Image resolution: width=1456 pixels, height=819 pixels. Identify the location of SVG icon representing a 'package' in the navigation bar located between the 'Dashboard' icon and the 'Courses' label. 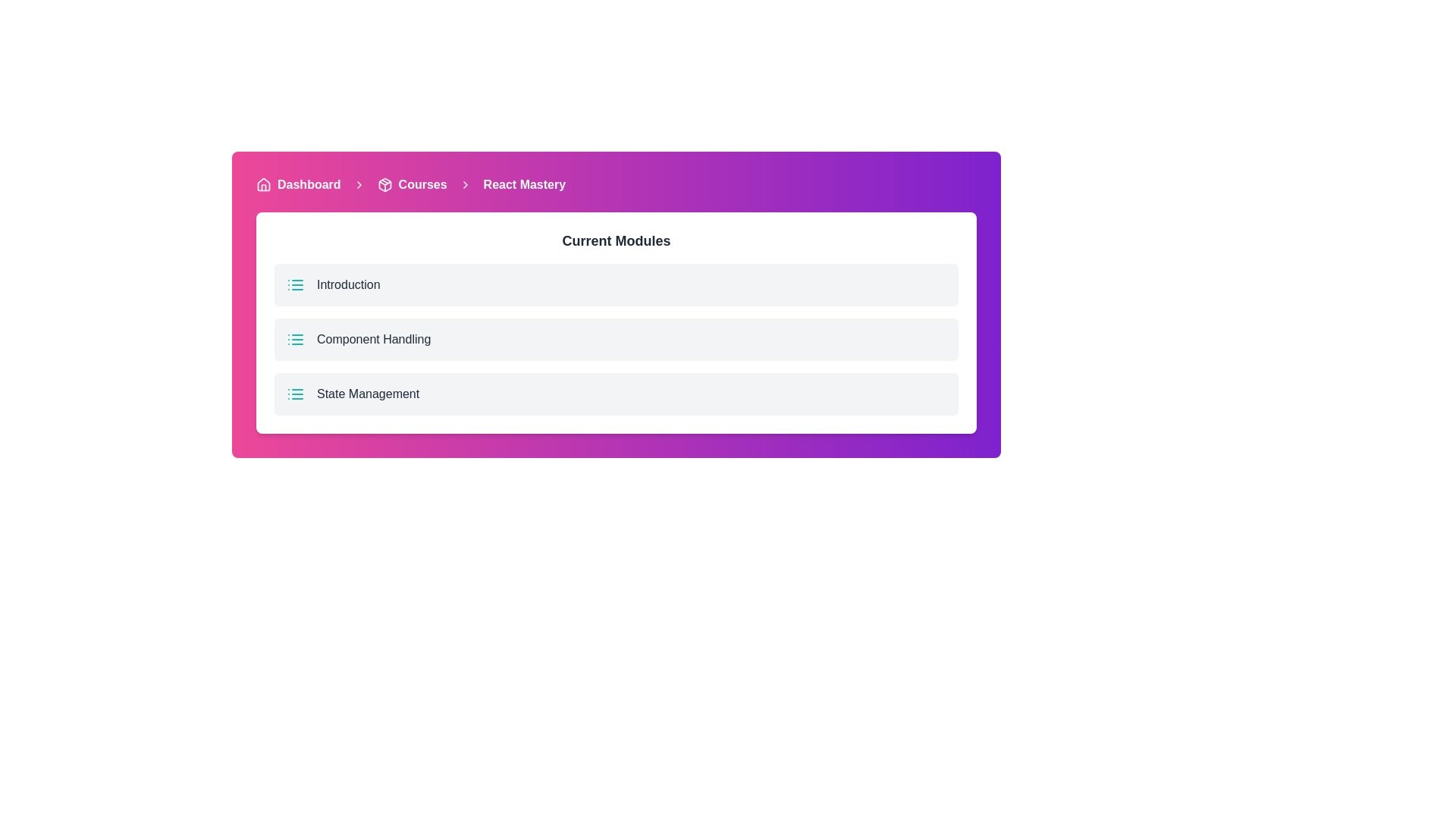
(384, 184).